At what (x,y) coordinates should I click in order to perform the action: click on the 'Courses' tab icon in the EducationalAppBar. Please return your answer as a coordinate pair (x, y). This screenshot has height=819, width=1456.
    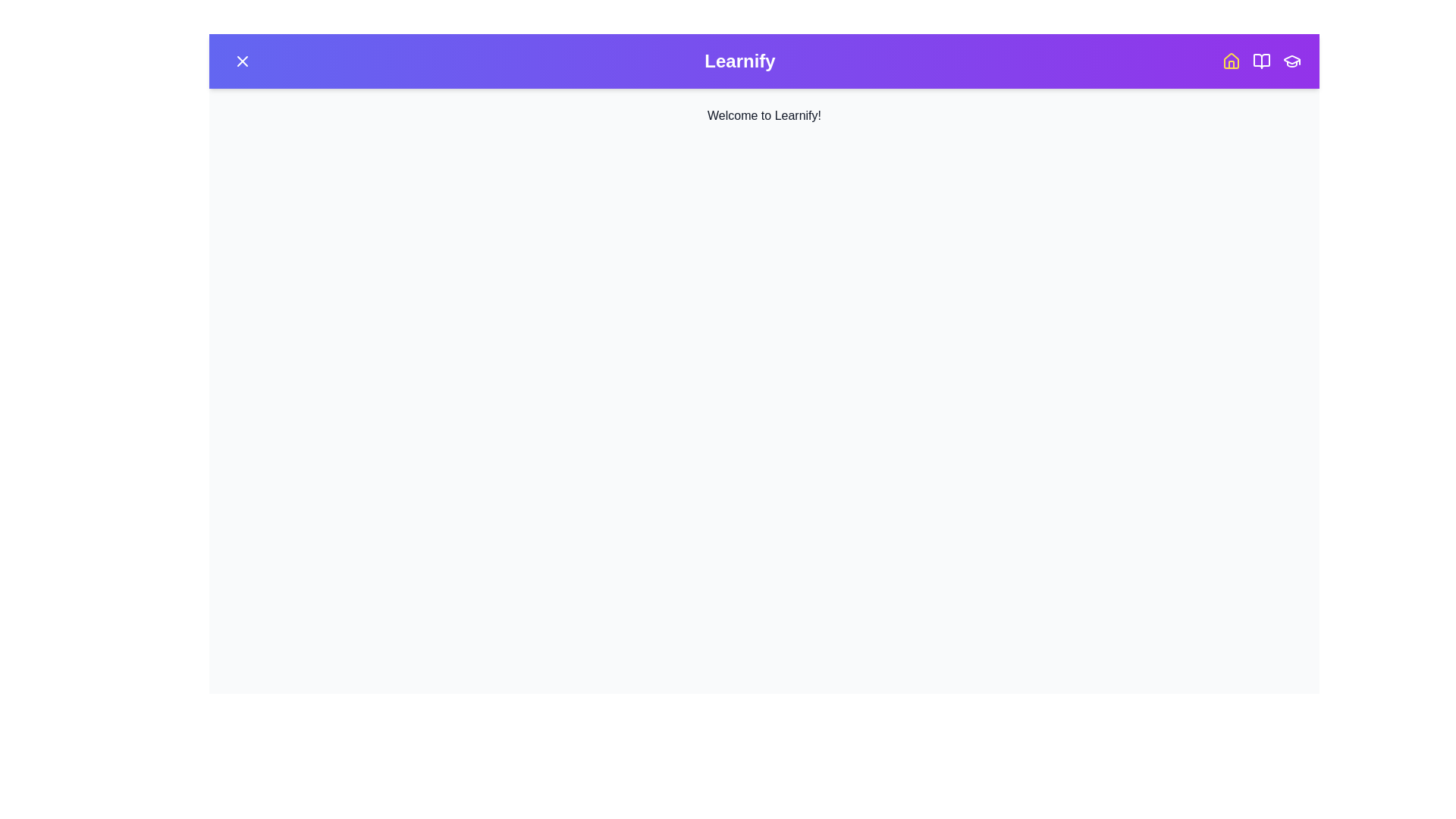
    Looking at the image, I should click on (1262, 61).